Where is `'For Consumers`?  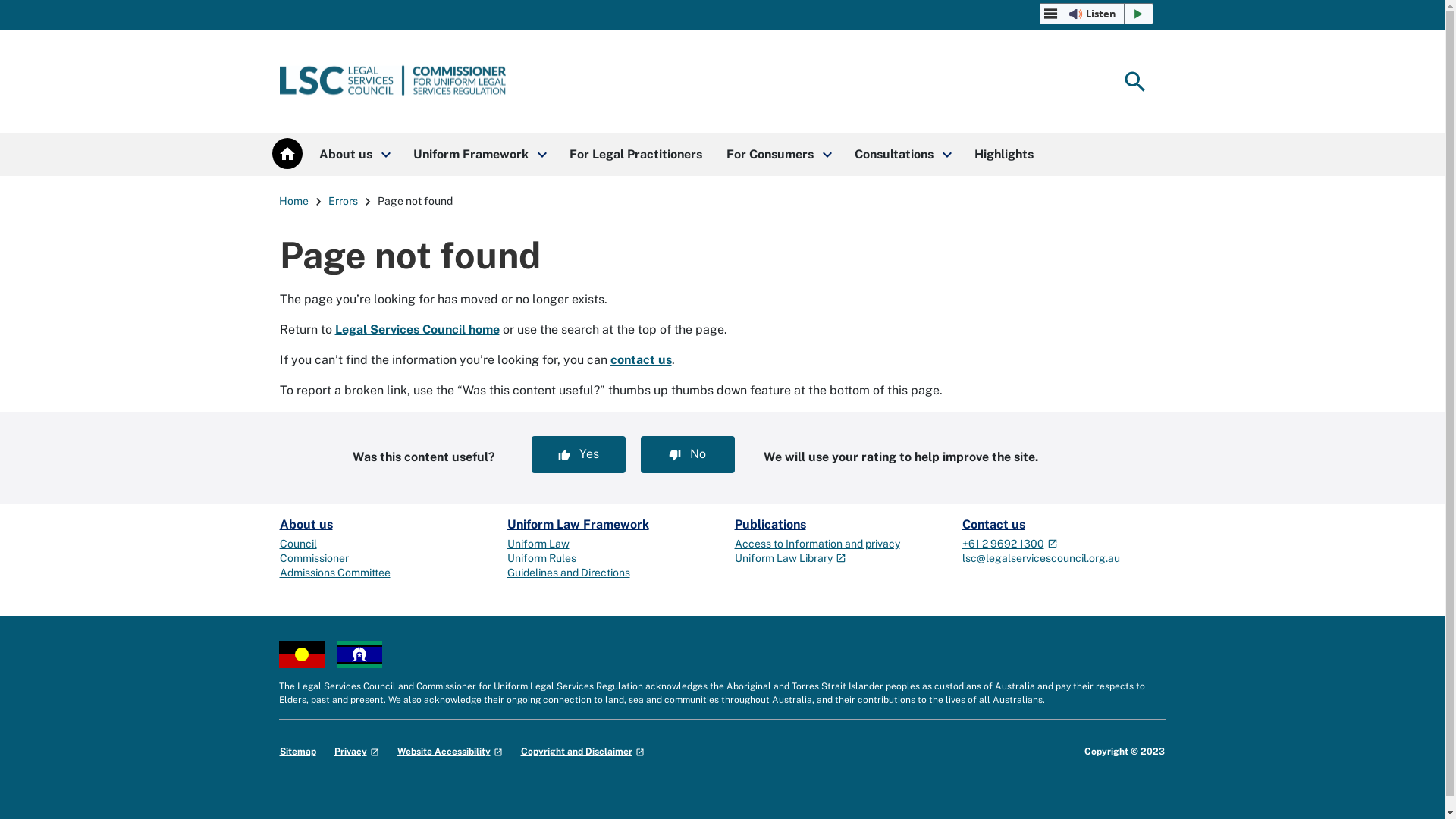 'For Consumers is located at coordinates (778, 155).